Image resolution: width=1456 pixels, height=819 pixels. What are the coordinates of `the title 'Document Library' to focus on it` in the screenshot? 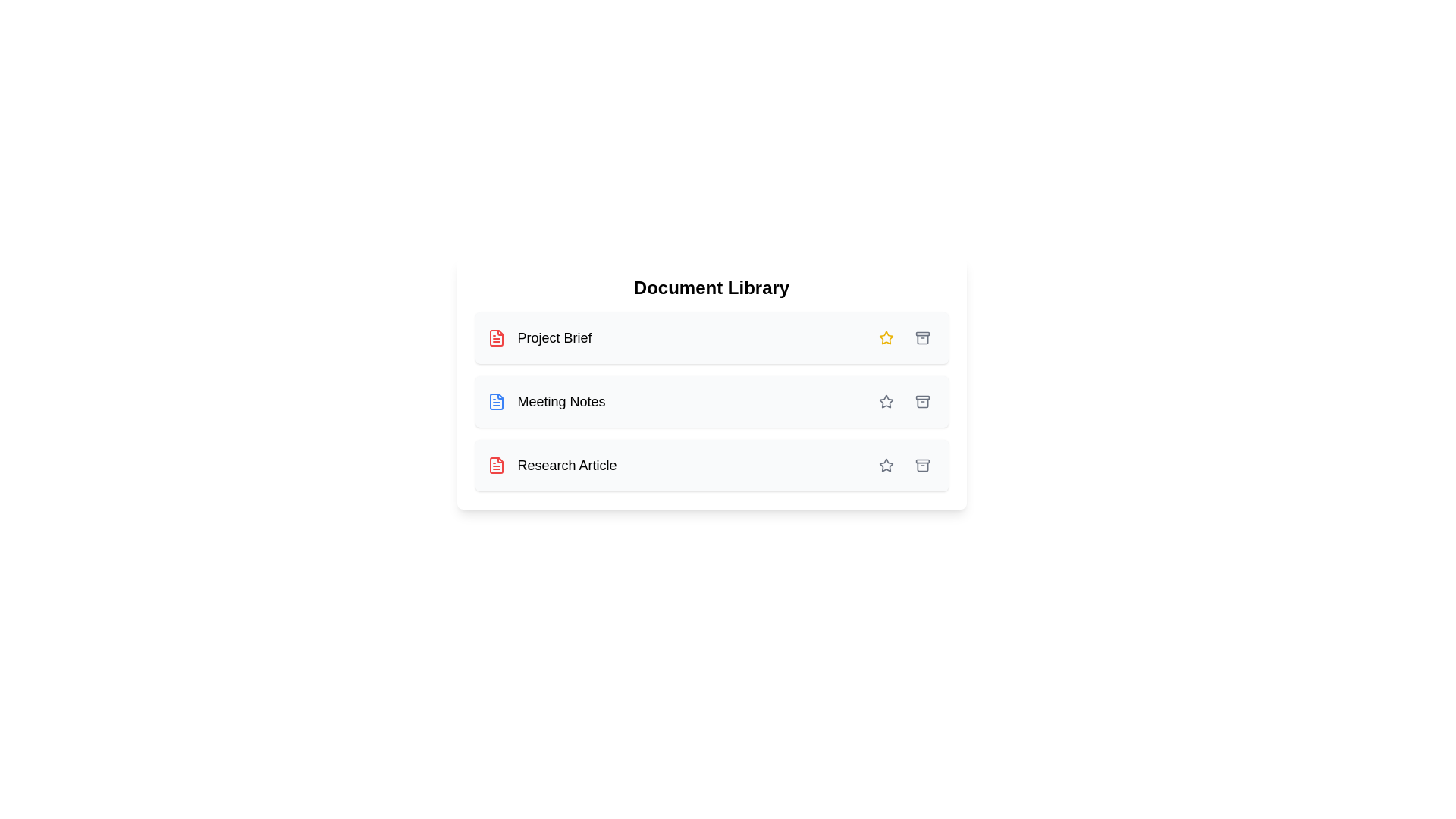 It's located at (711, 288).